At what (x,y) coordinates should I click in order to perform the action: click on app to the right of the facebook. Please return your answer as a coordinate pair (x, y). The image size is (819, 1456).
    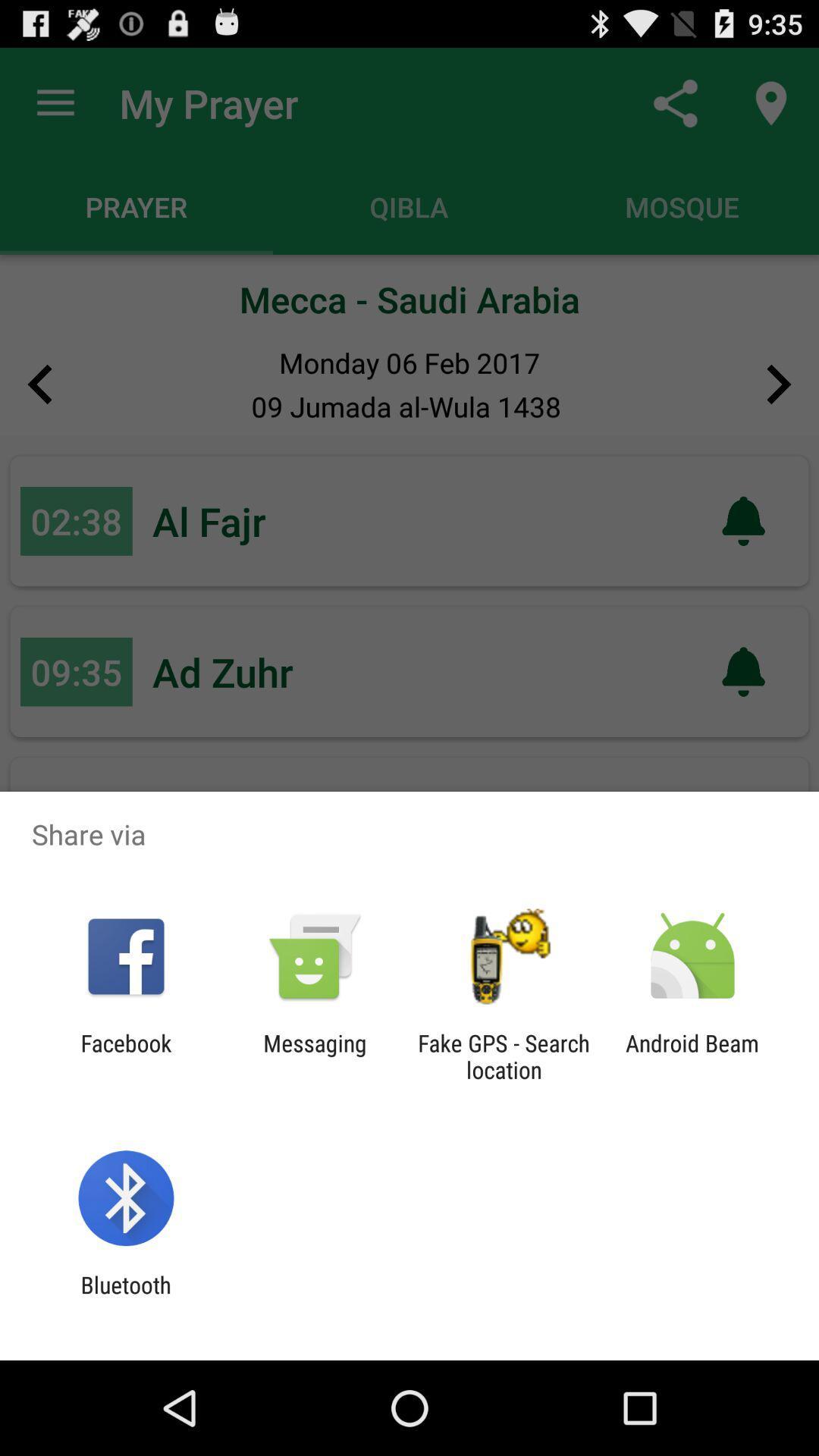
    Looking at the image, I should click on (314, 1056).